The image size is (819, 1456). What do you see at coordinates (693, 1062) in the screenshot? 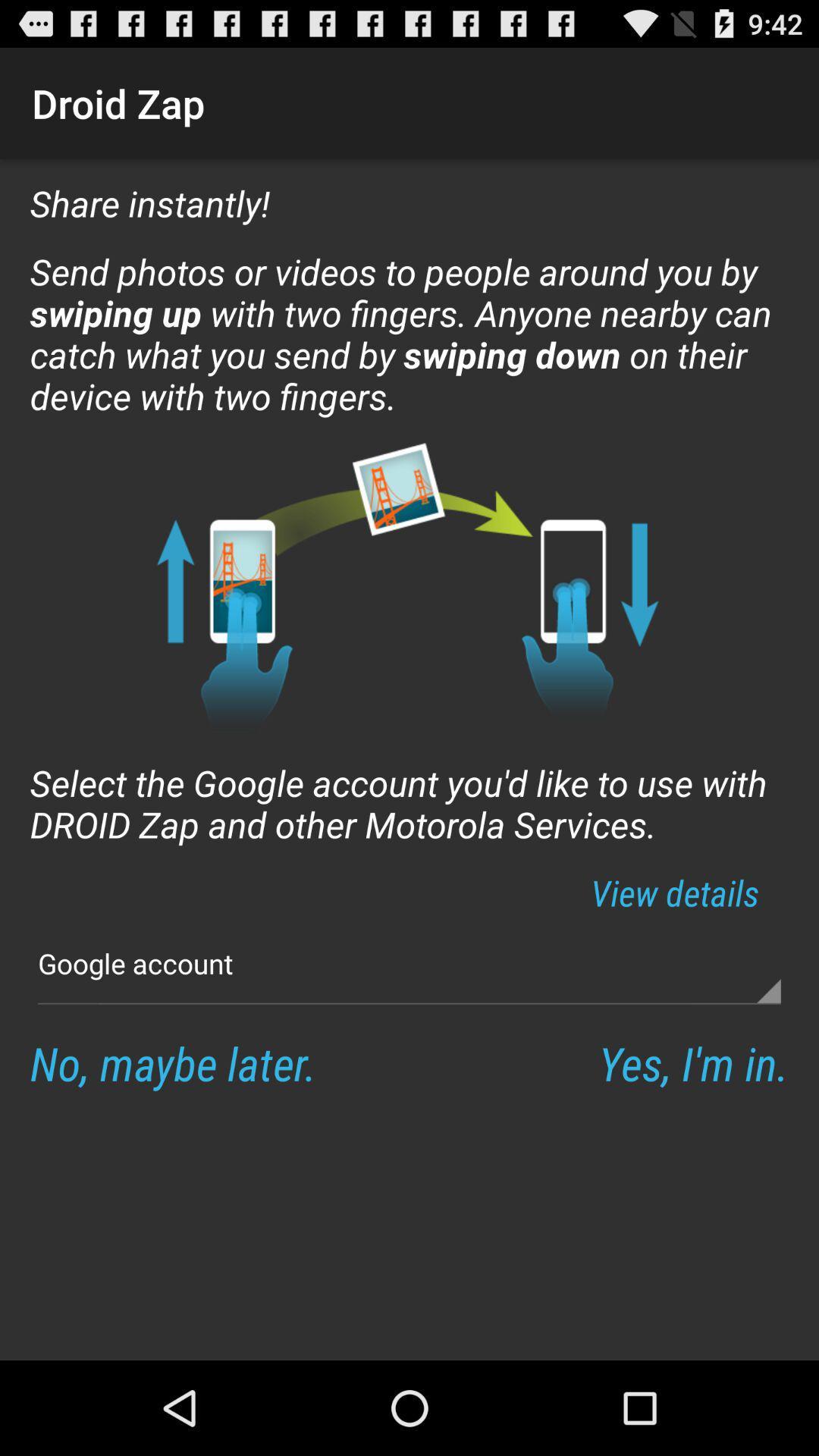
I see `item next to the no, maybe later. icon` at bounding box center [693, 1062].